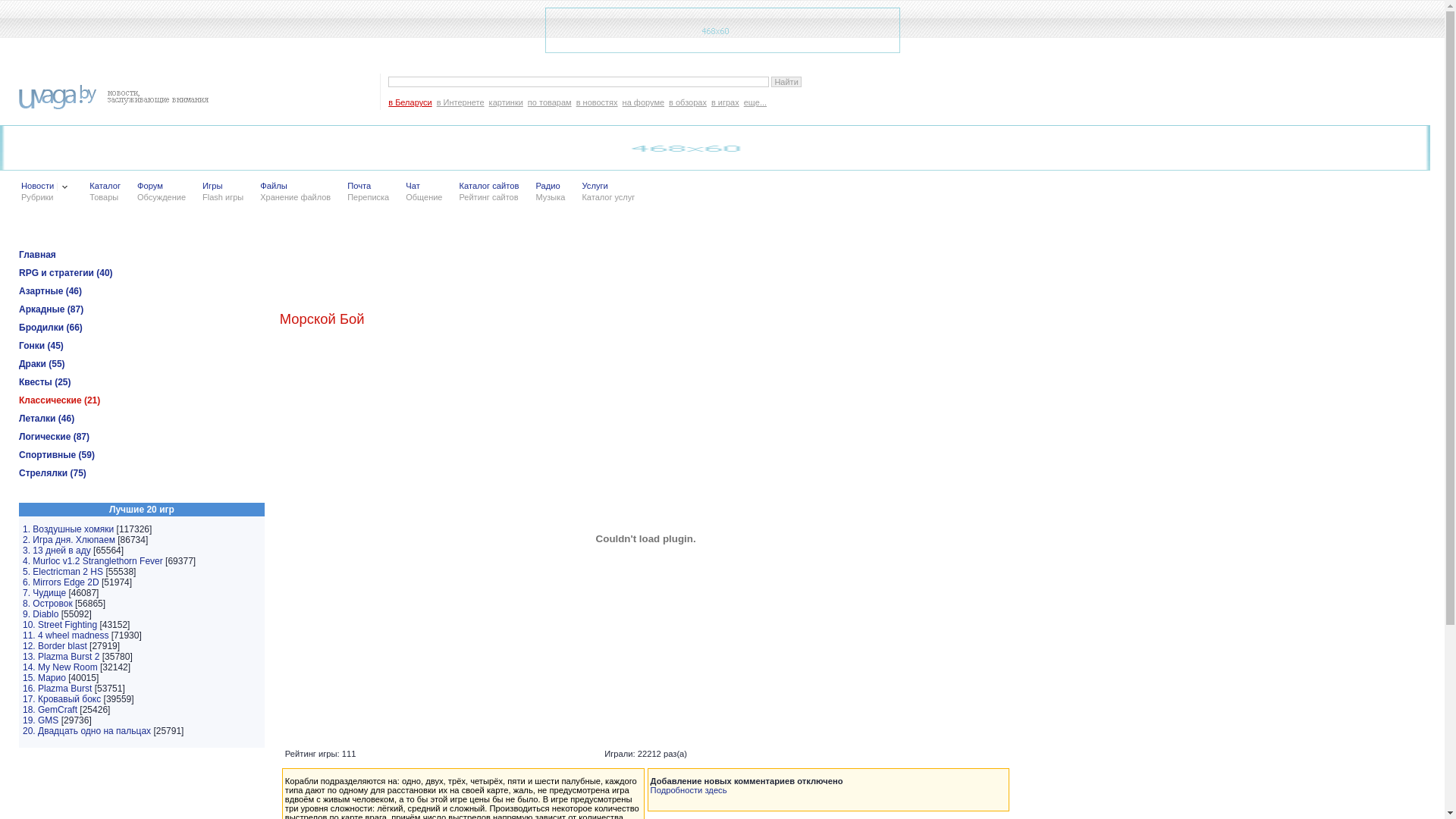 This screenshot has width=1456, height=819. Describe the element at coordinates (92, 561) in the screenshot. I see `'4. Murloc v1.2 Stranglethorn Fever'` at that location.